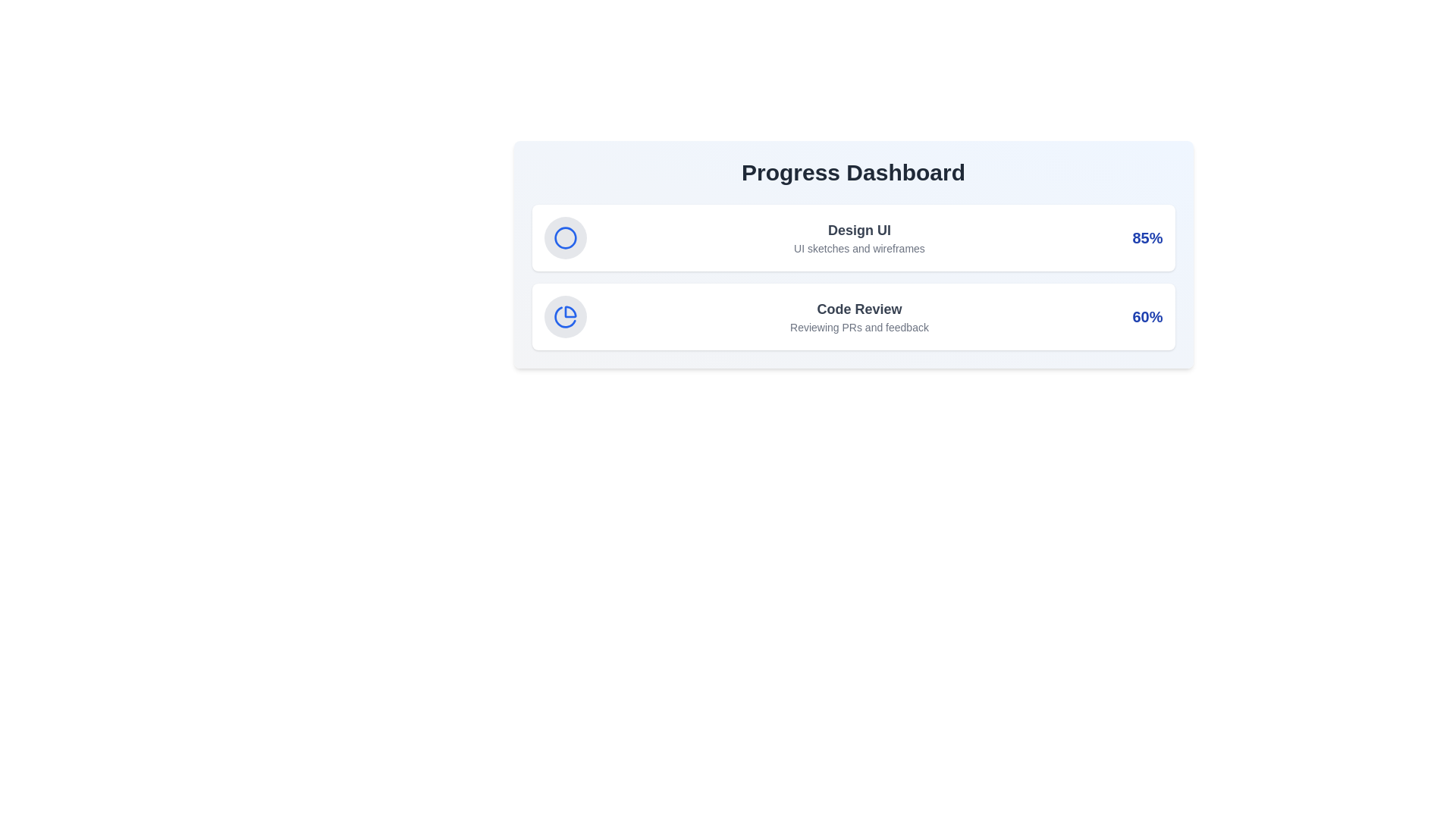  Describe the element at coordinates (564, 237) in the screenshot. I see `the solid circle within the SVG icon, which is part of the 'Progress Dashboard' section next to 'Design UI'` at that location.